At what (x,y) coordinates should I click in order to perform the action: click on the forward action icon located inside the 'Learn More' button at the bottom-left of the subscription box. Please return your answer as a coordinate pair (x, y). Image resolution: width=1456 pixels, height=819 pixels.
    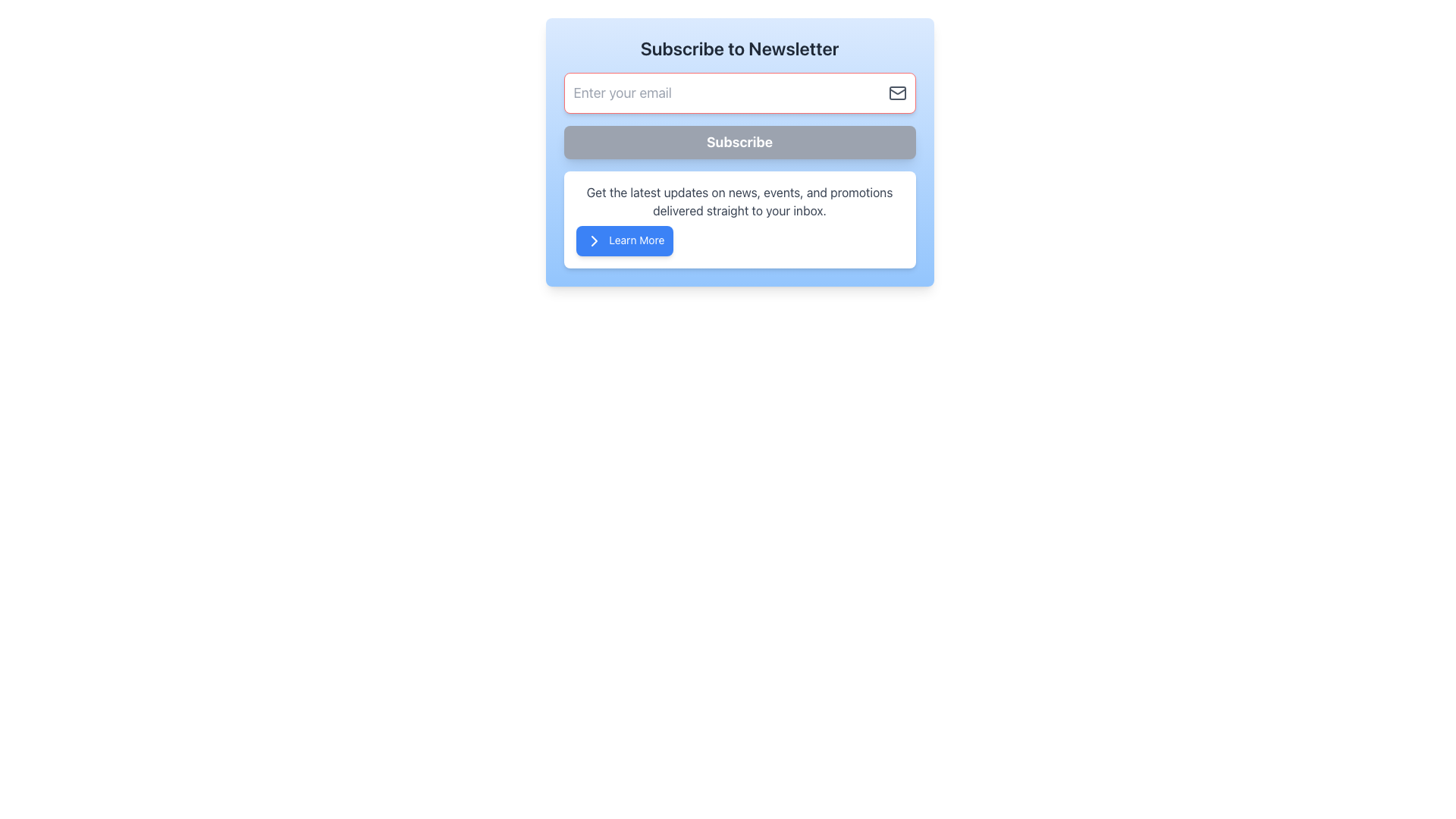
    Looking at the image, I should click on (593, 240).